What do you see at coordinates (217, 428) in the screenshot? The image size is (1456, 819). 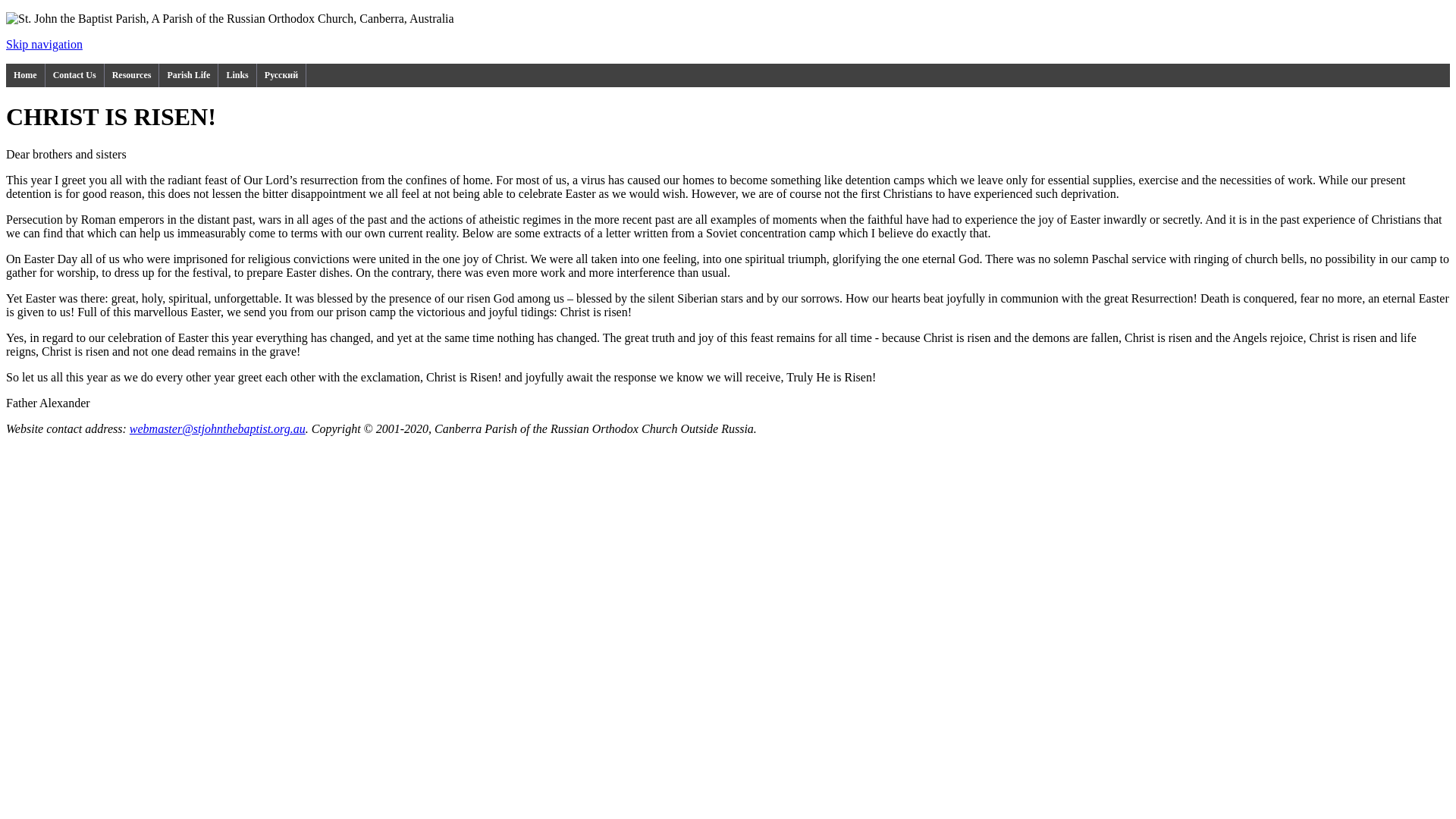 I see `'webmaster@stjohnthebaptist.org.au'` at bounding box center [217, 428].